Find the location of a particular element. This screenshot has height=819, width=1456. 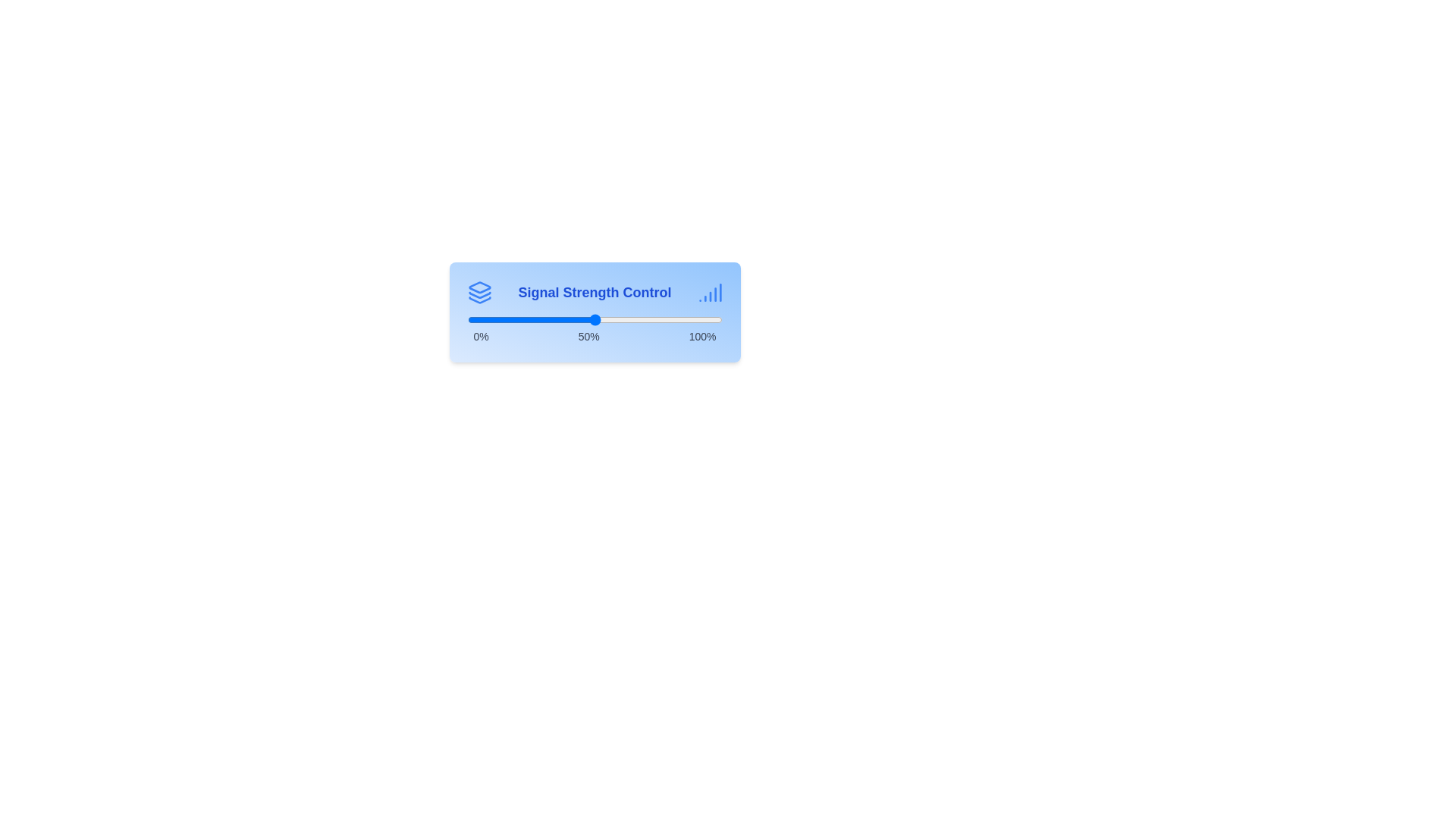

the signal strength to 48% using the slider is located at coordinates (588, 318).